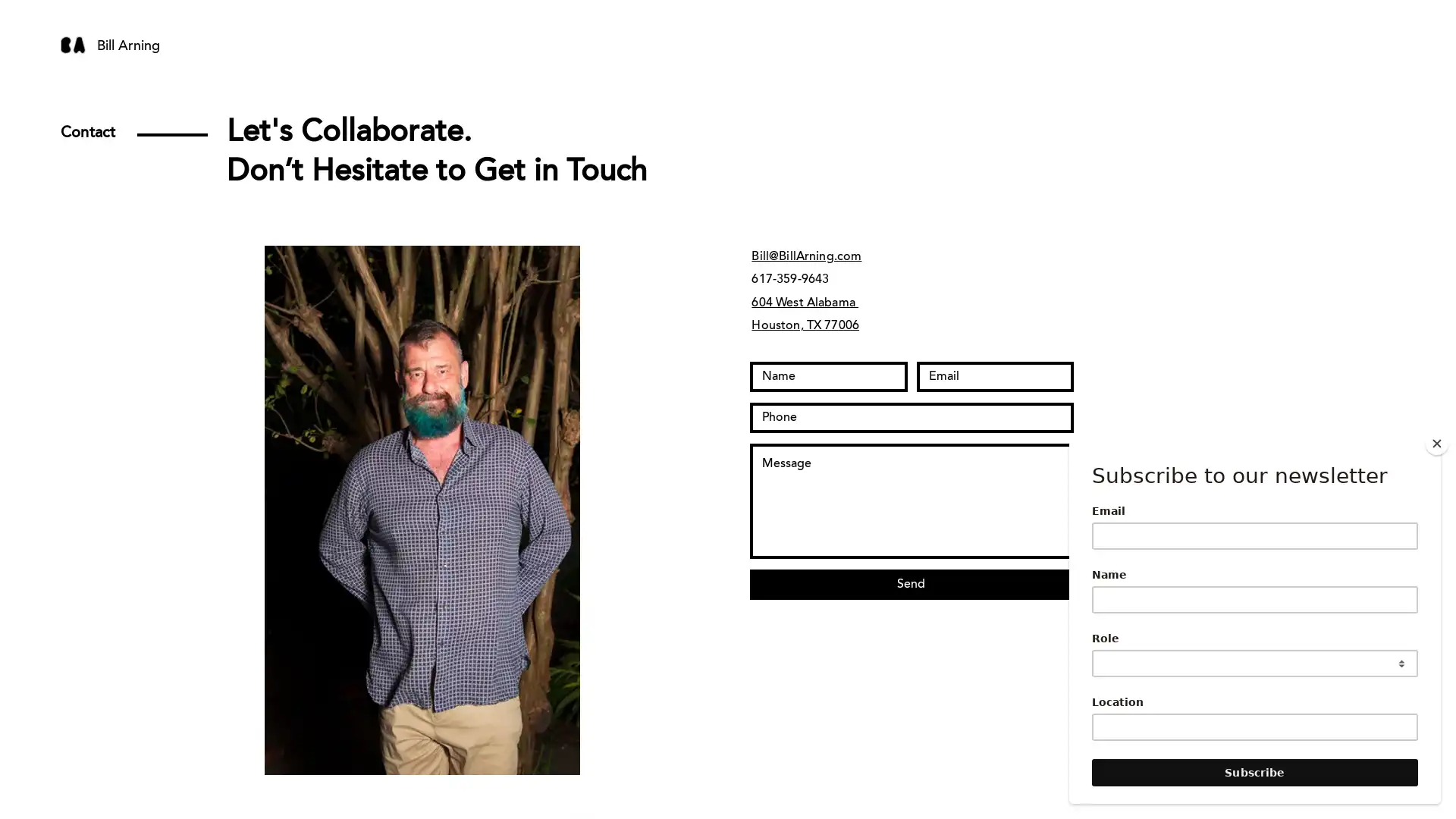  Describe the element at coordinates (910, 584) in the screenshot. I see `Send` at that location.